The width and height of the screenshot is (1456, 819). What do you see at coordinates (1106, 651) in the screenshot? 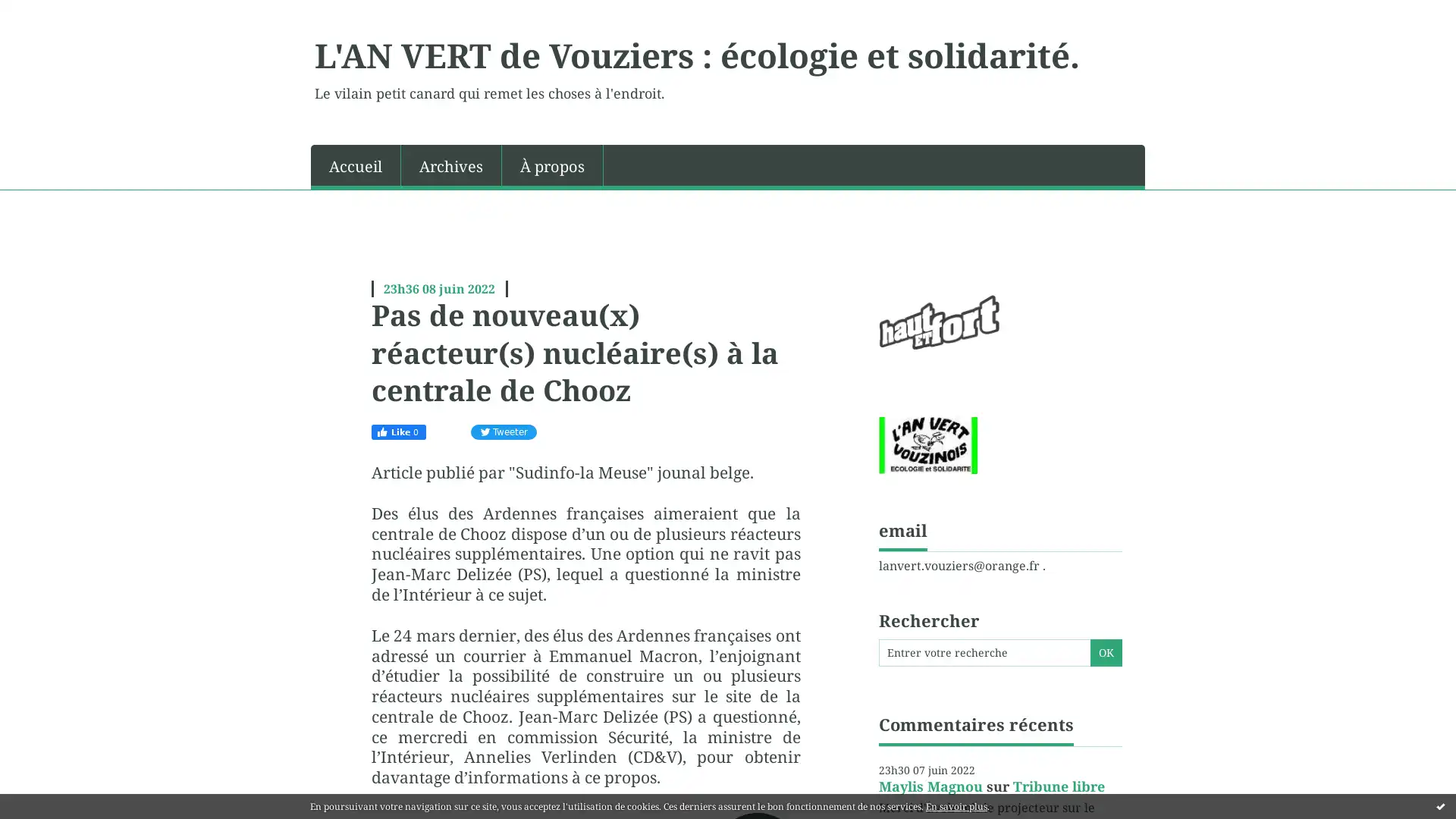
I see `OK` at bounding box center [1106, 651].